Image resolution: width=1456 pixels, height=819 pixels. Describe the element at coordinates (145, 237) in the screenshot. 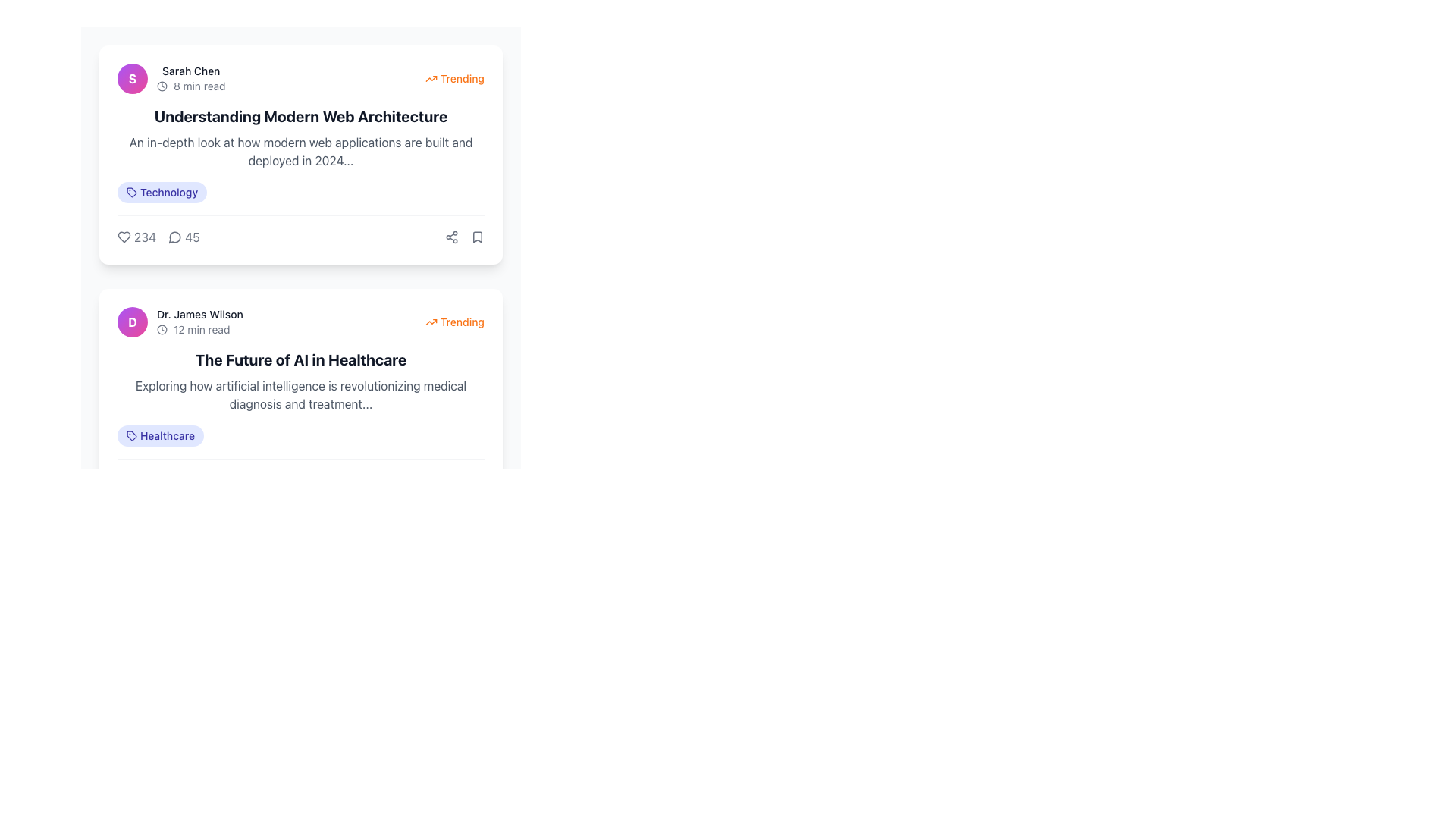

I see `the text label that indicates the numeric count of likes or favorites associated with the article for accessibility tools` at that location.